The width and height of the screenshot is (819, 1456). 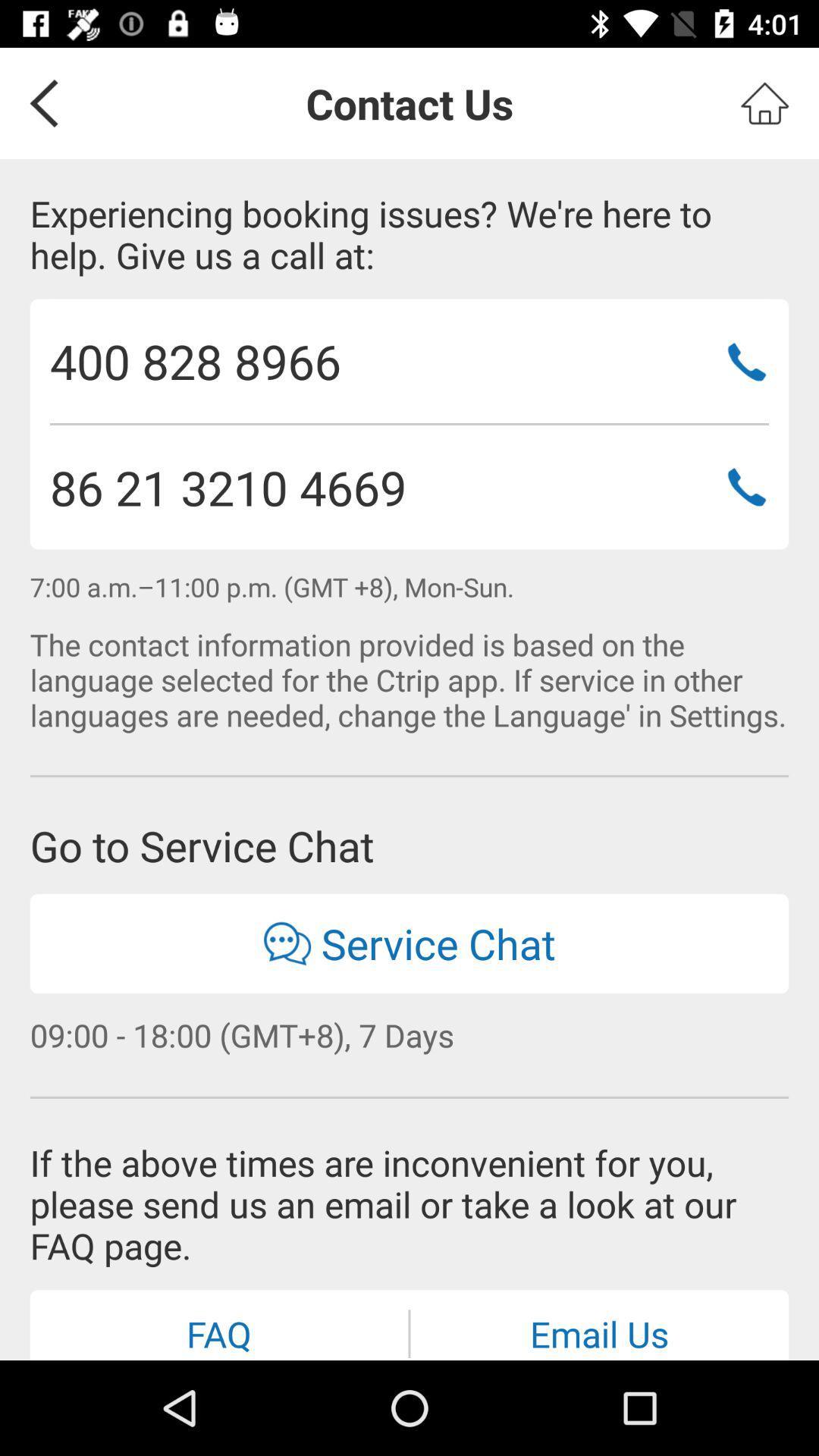 I want to click on the arrow_backward icon, so click(x=38, y=102).